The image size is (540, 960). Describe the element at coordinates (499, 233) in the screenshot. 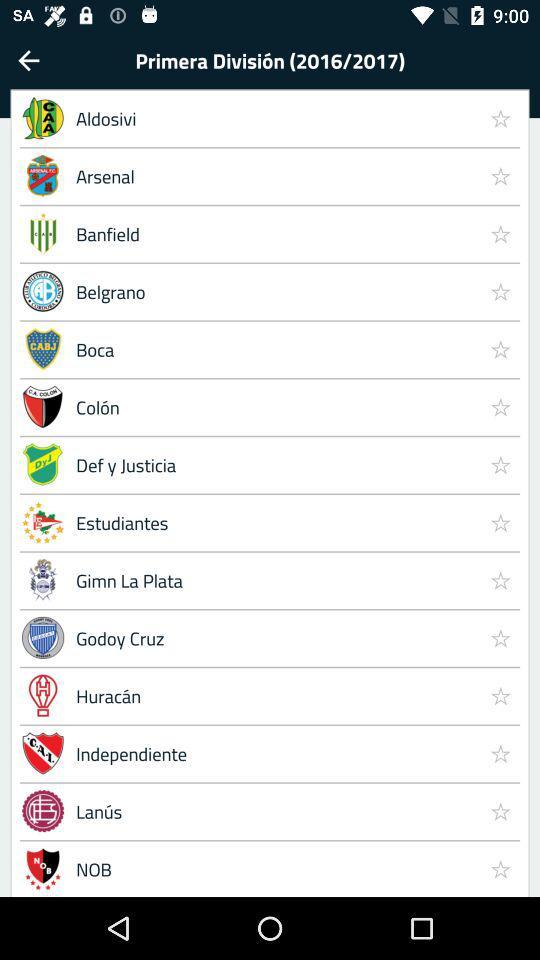

I see `item to the right of the arsenal` at that location.